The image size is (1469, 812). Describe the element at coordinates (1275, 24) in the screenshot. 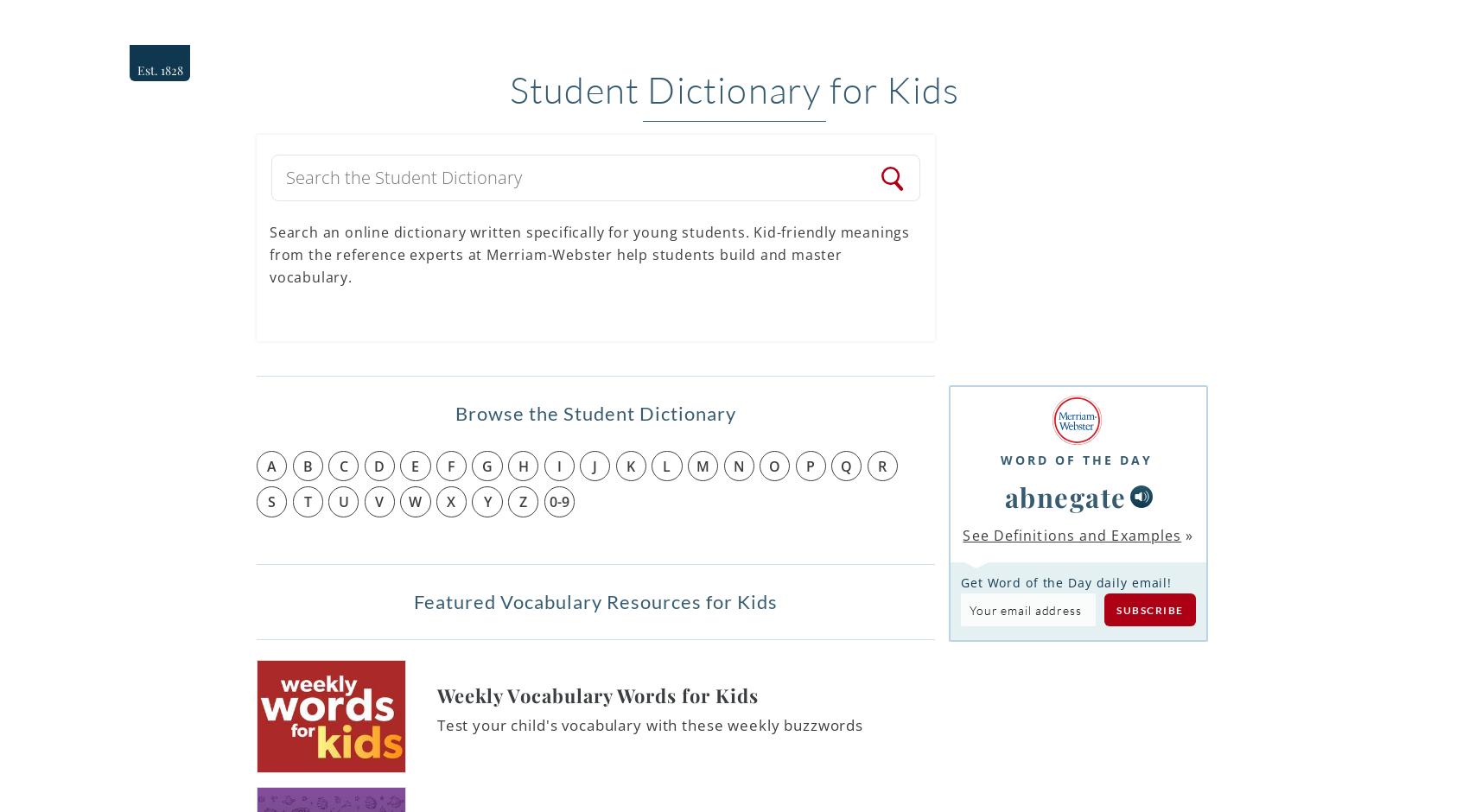

I see `'More'` at that location.